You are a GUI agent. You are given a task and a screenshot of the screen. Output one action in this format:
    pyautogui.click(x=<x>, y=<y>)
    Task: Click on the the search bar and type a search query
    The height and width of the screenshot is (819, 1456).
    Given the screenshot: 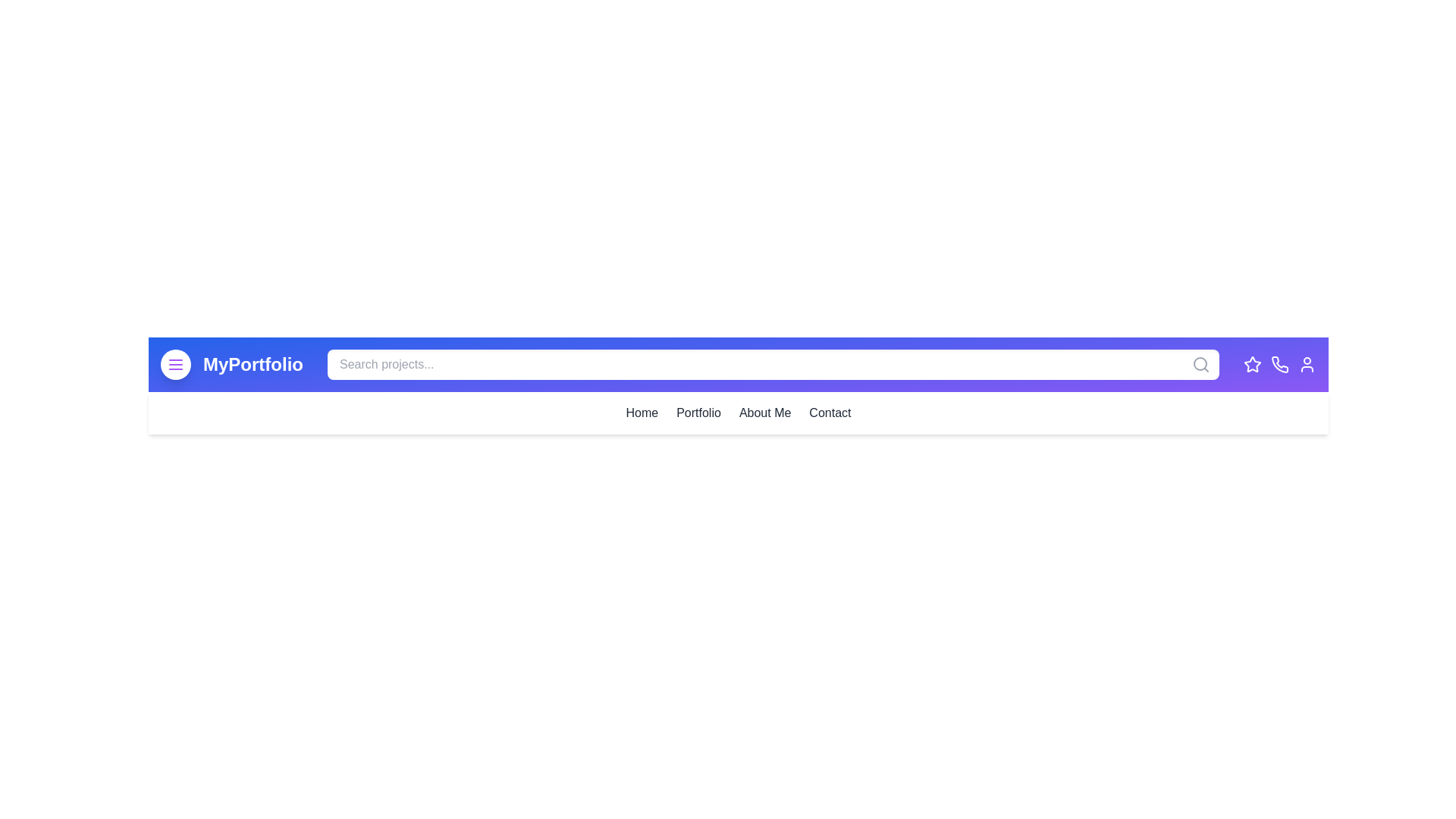 What is the action you would take?
    pyautogui.click(x=773, y=365)
    